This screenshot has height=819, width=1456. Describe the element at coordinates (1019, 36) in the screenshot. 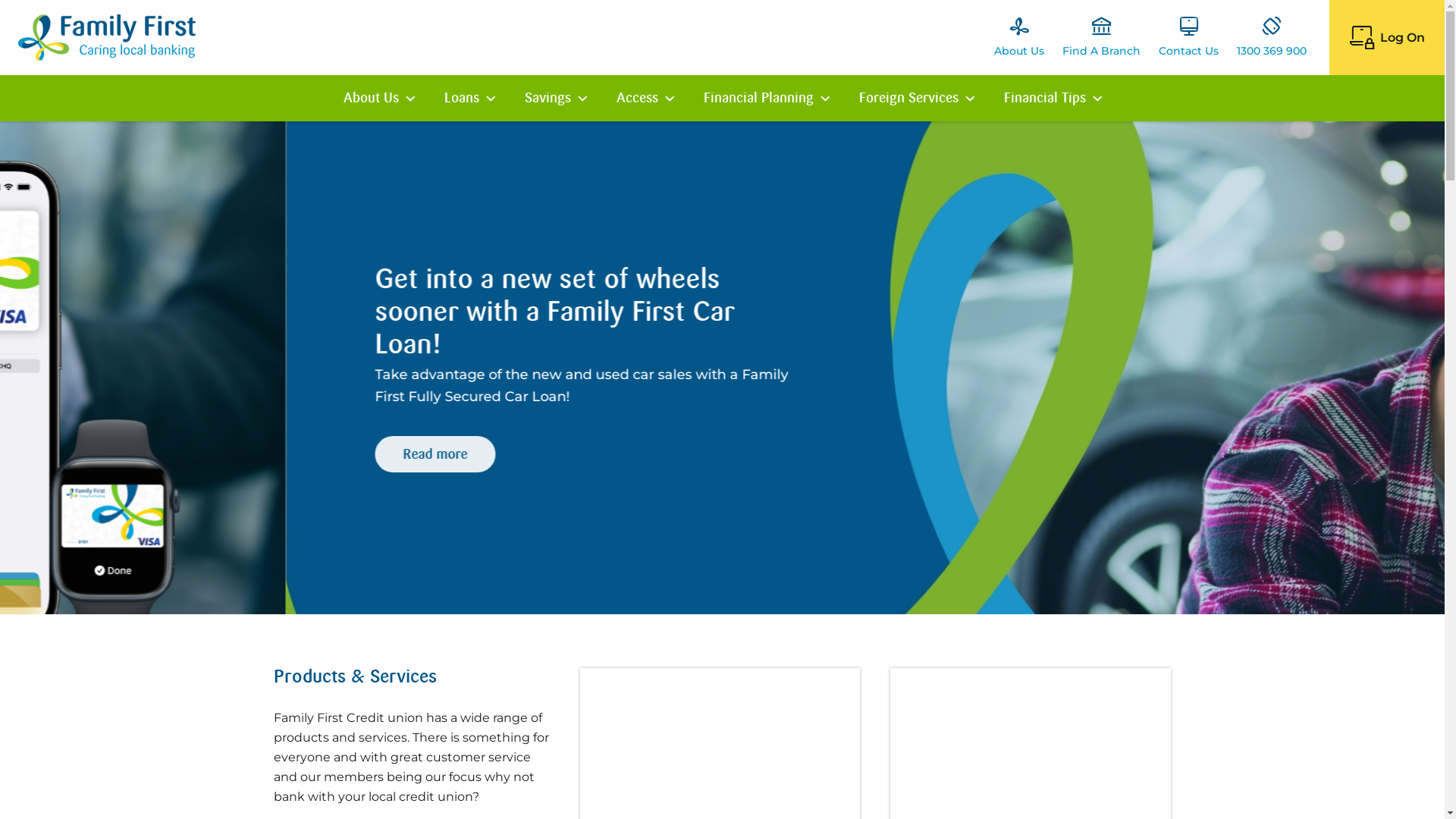

I see `'About Us'` at that location.